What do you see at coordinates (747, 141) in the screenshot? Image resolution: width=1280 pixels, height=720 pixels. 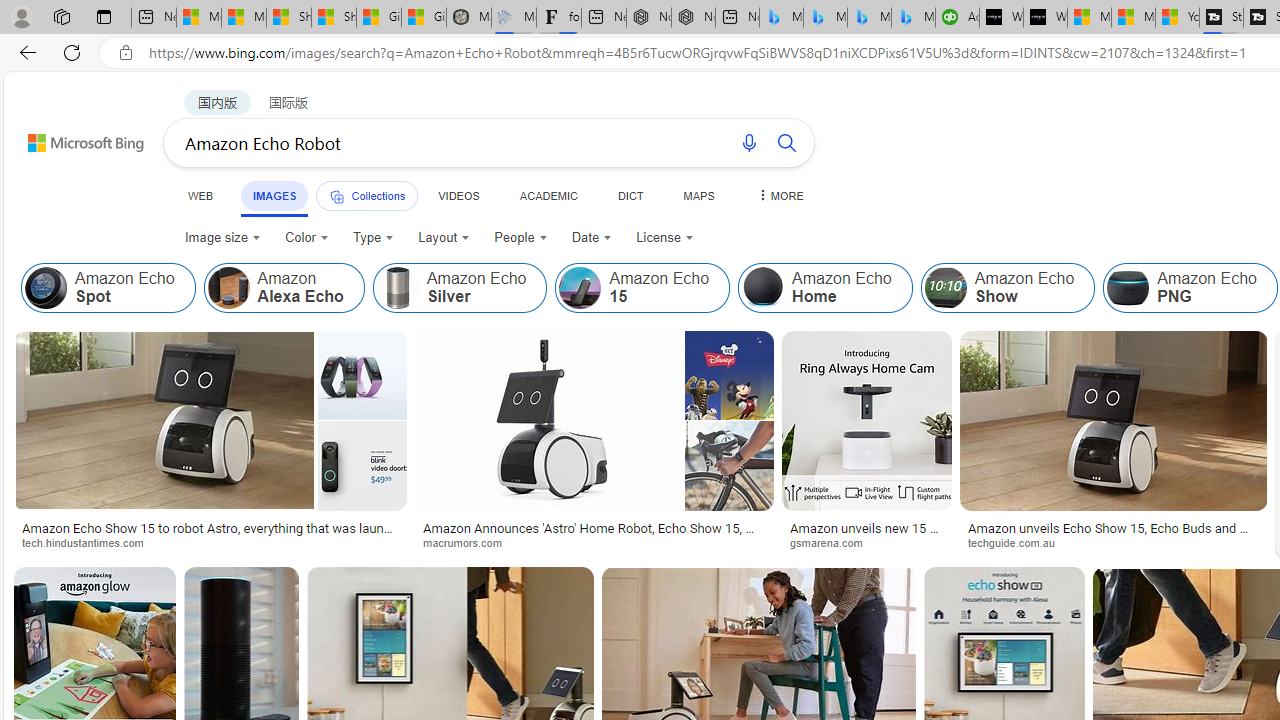 I see `'Search using voice'` at bounding box center [747, 141].